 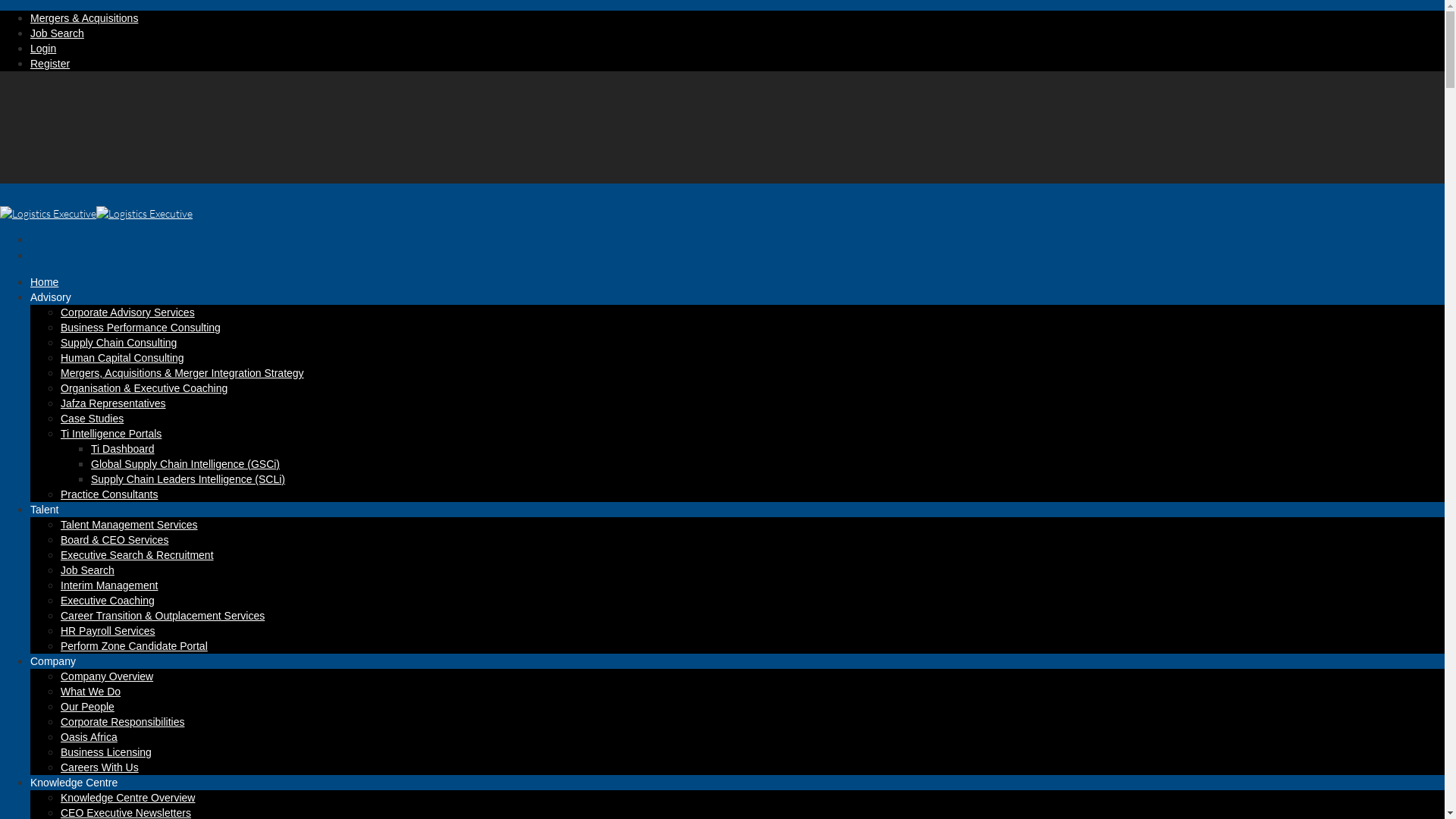 What do you see at coordinates (30, 48) in the screenshot?
I see `'Login'` at bounding box center [30, 48].